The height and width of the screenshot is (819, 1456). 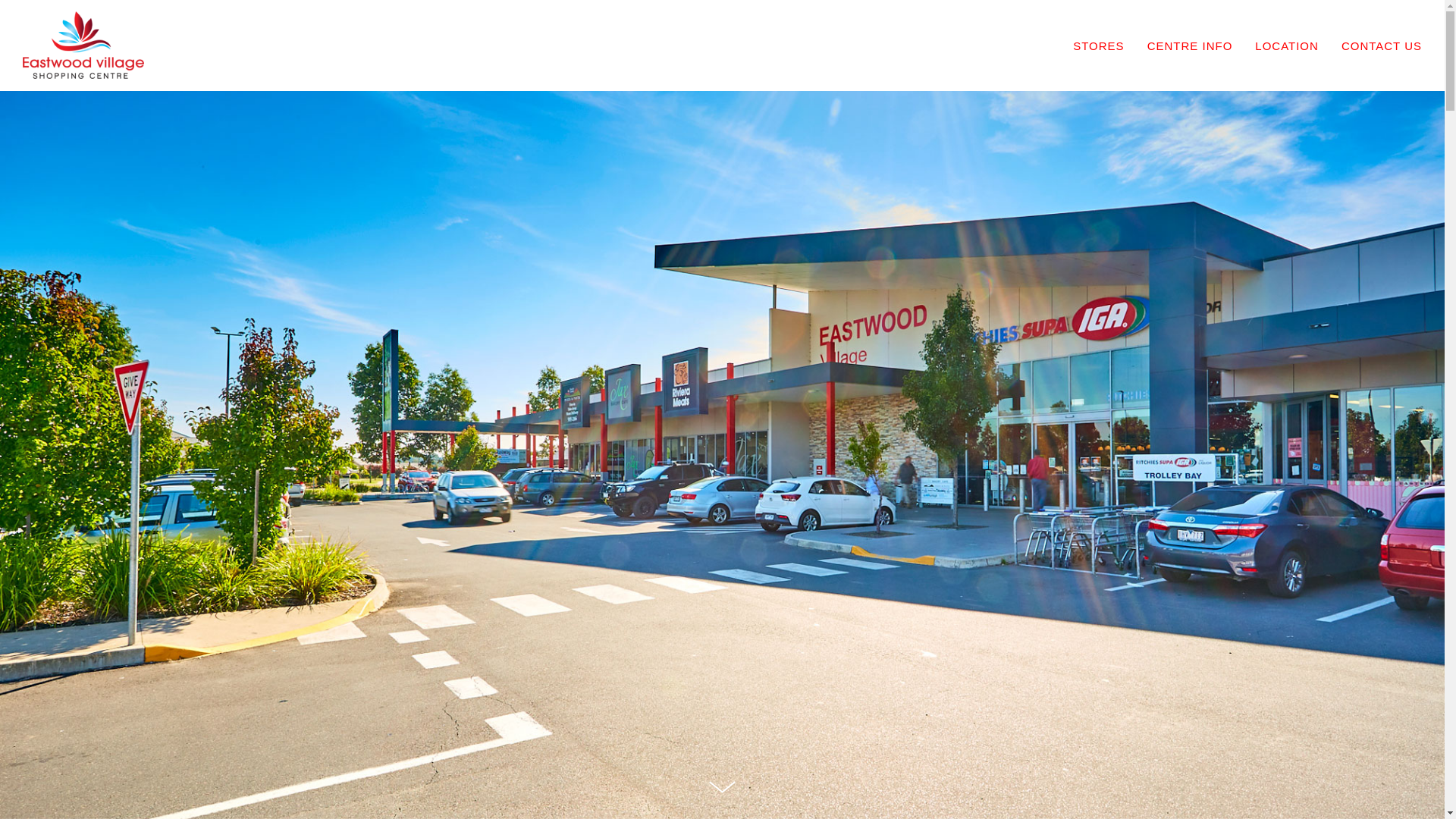 I want to click on 'CONTACT US', so click(x=1382, y=45).